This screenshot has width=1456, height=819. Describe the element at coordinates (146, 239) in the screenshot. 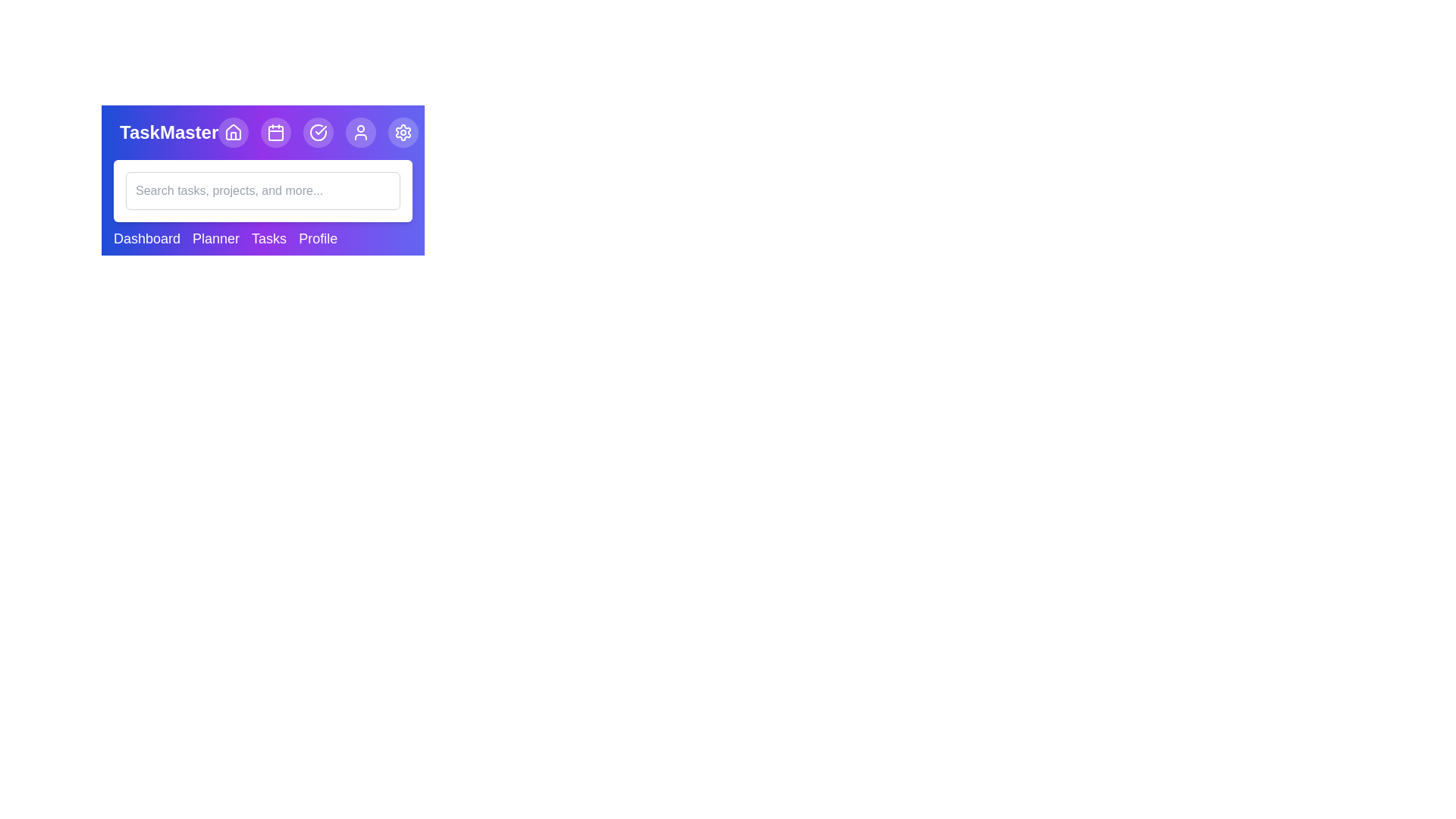

I see `the menu item Dashboard` at that location.